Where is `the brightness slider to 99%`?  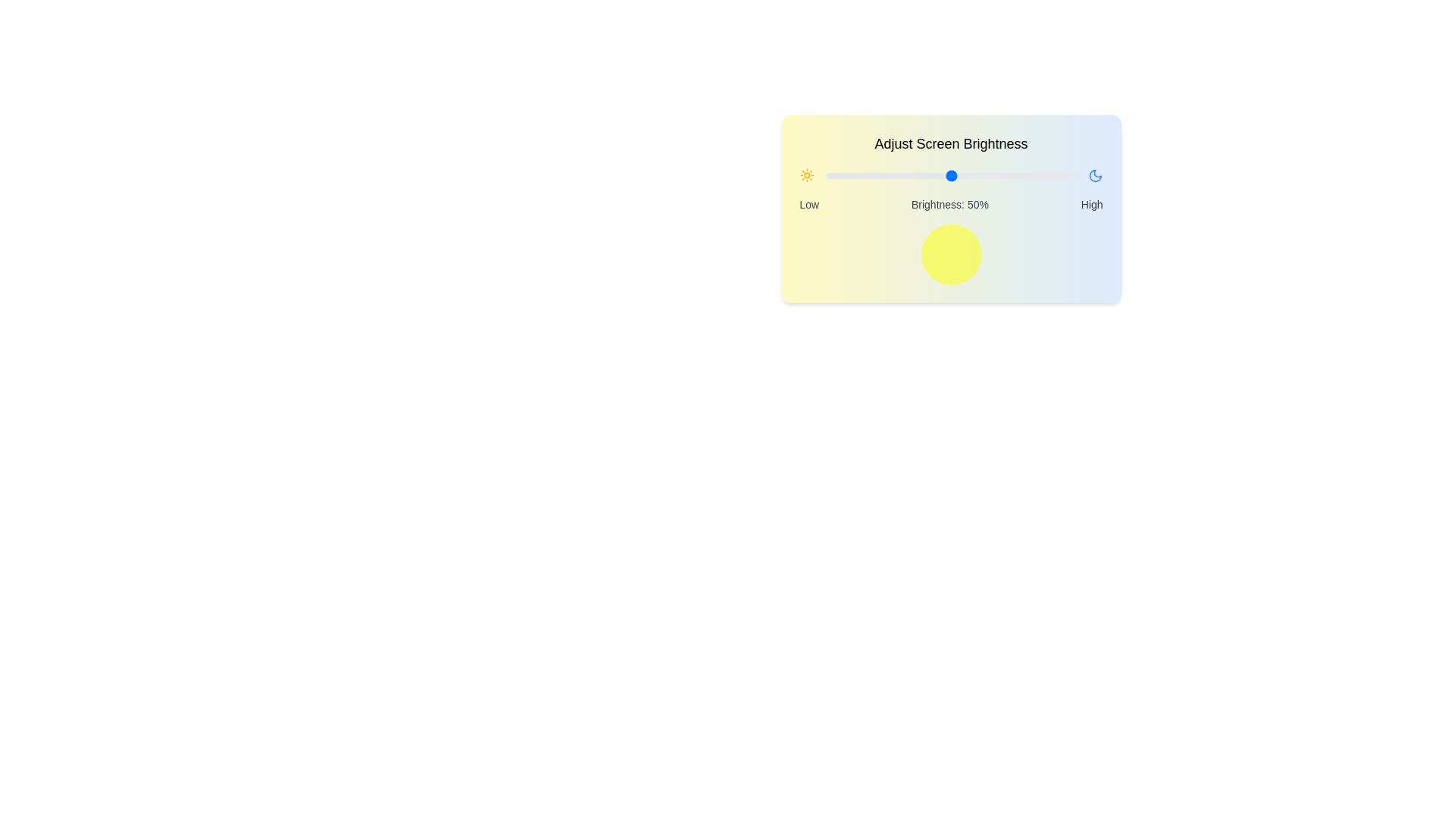
the brightness slider to 99% is located at coordinates (1072, 174).